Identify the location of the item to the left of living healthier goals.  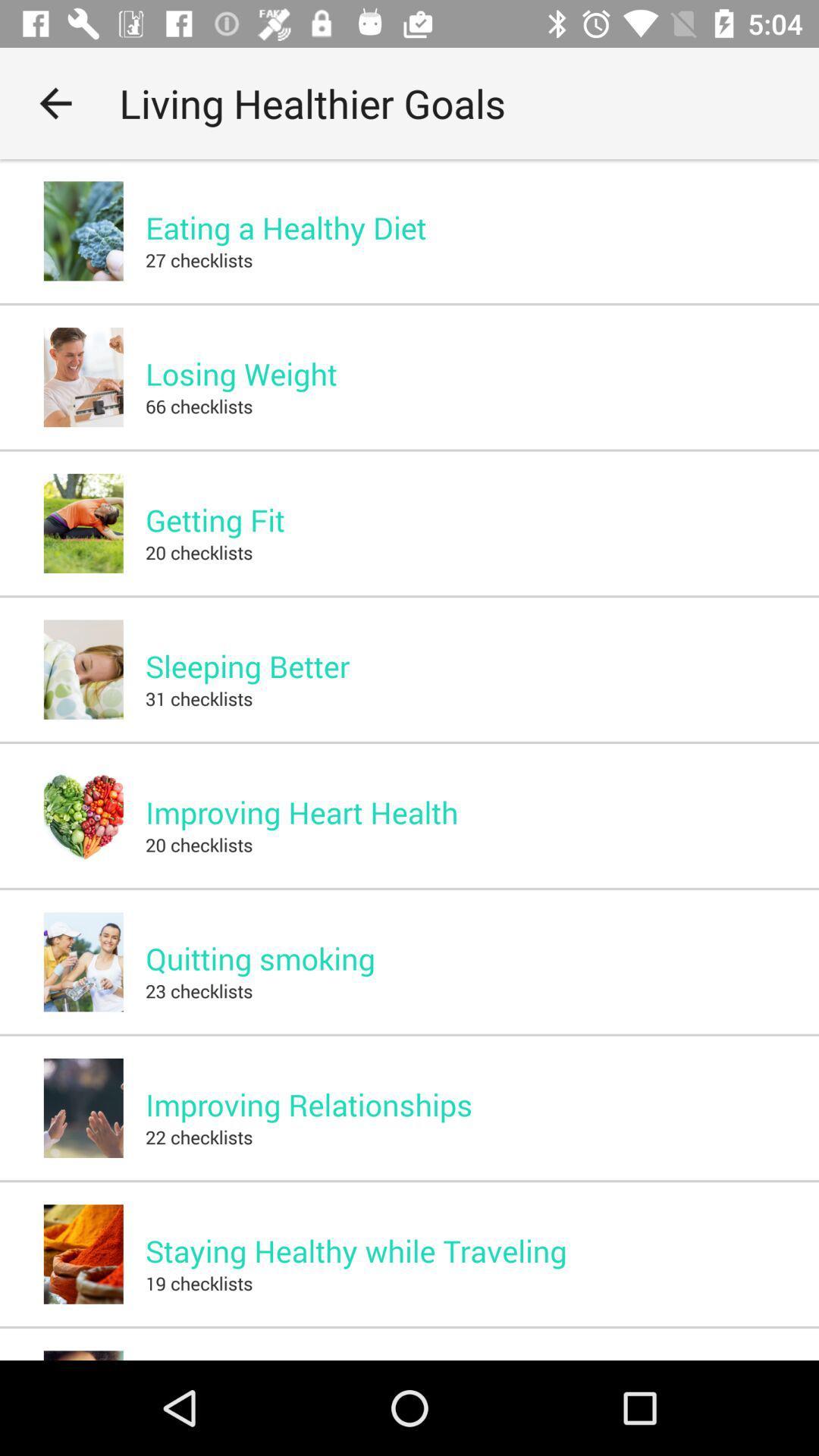
(55, 102).